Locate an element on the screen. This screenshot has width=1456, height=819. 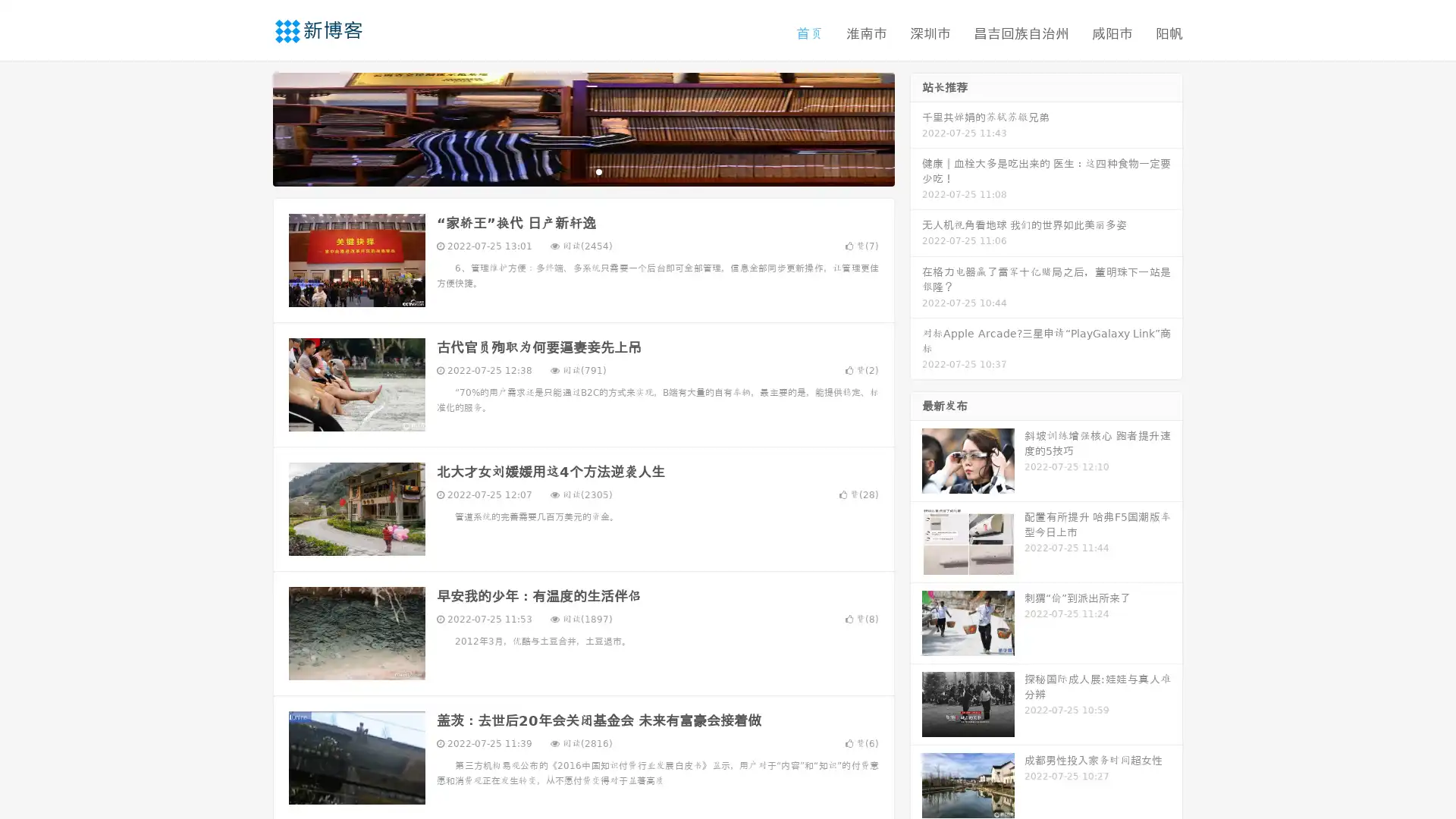
Go to slide 3 is located at coordinates (598, 171).